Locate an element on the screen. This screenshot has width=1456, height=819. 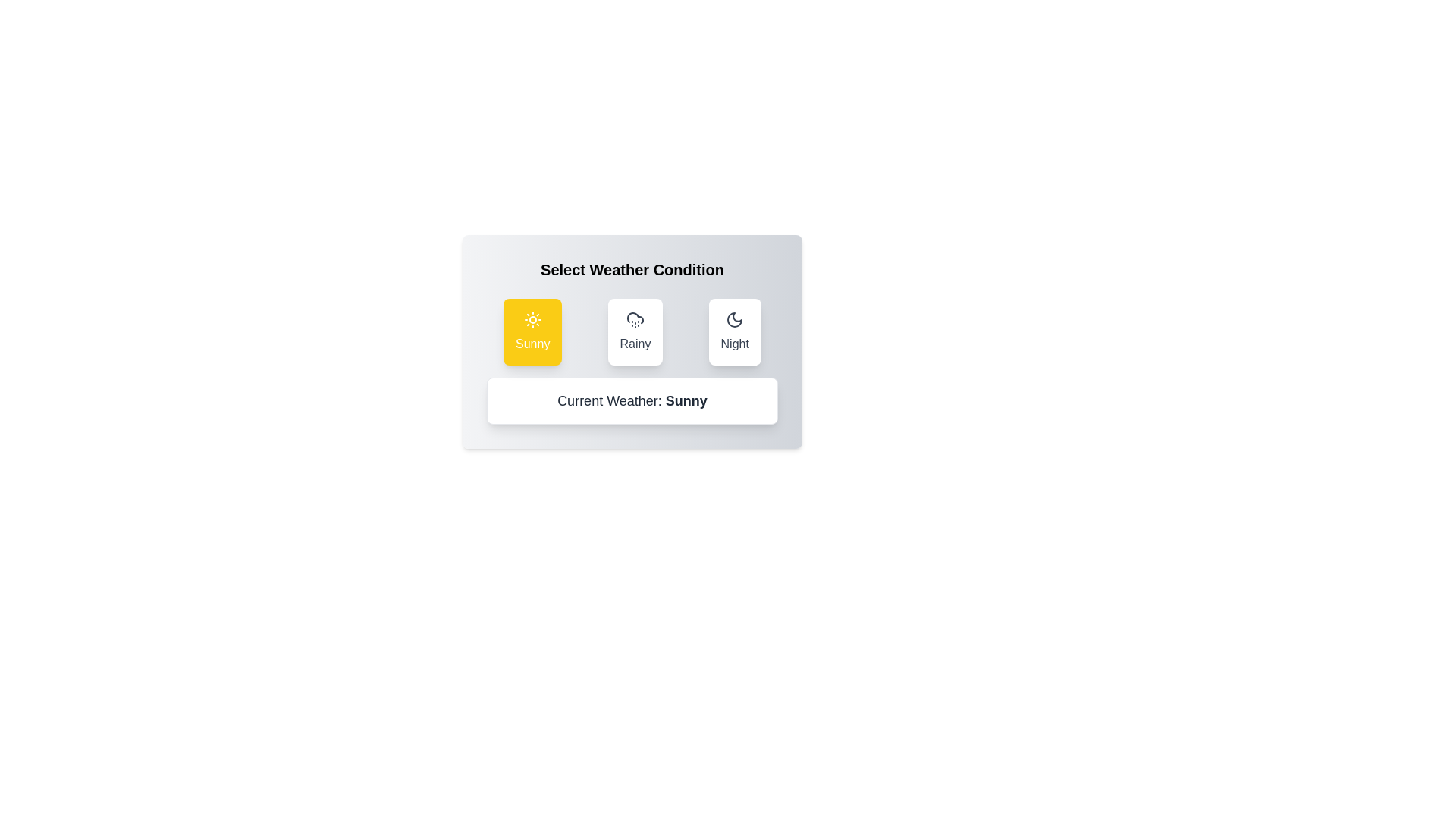
the button representing Sunny to observe the hover effect is located at coordinates (532, 331).